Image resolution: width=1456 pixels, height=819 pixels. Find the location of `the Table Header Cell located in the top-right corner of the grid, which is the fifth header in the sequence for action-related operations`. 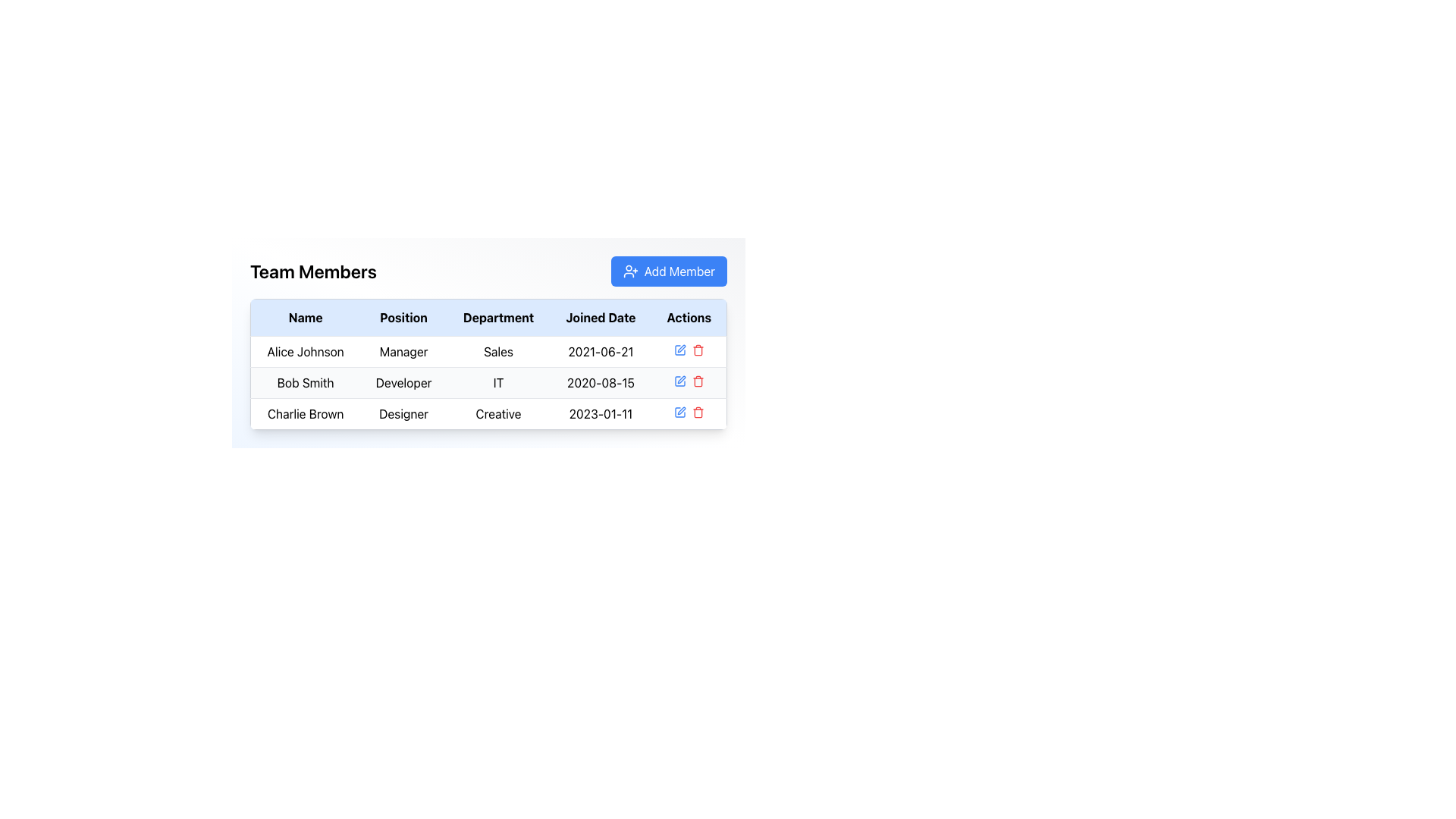

the Table Header Cell located in the top-right corner of the grid, which is the fifth header in the sequence for action-related operations is located at coordinates (689, 317).